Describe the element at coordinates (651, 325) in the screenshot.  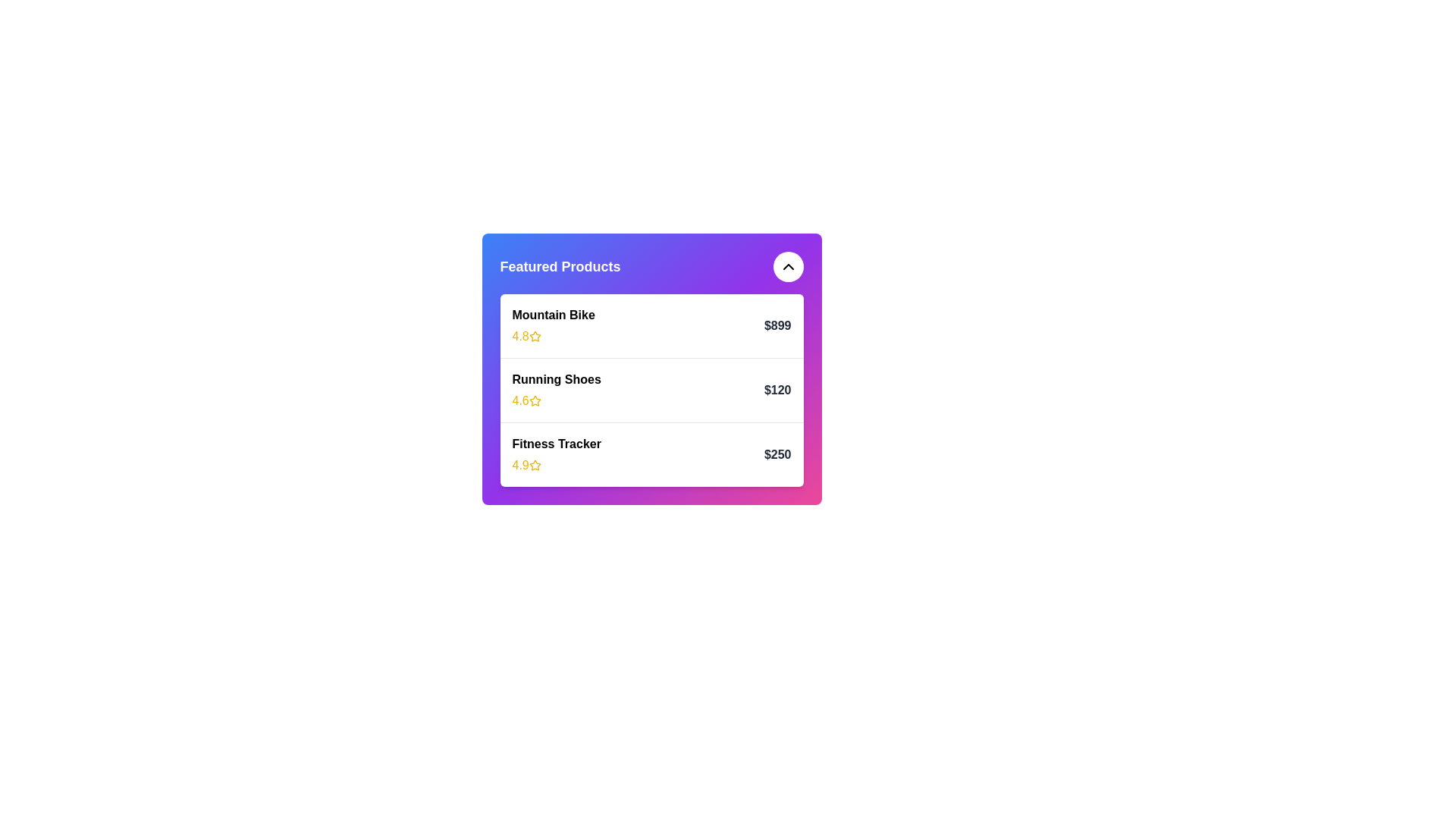
I see `the first product list item` at that location.